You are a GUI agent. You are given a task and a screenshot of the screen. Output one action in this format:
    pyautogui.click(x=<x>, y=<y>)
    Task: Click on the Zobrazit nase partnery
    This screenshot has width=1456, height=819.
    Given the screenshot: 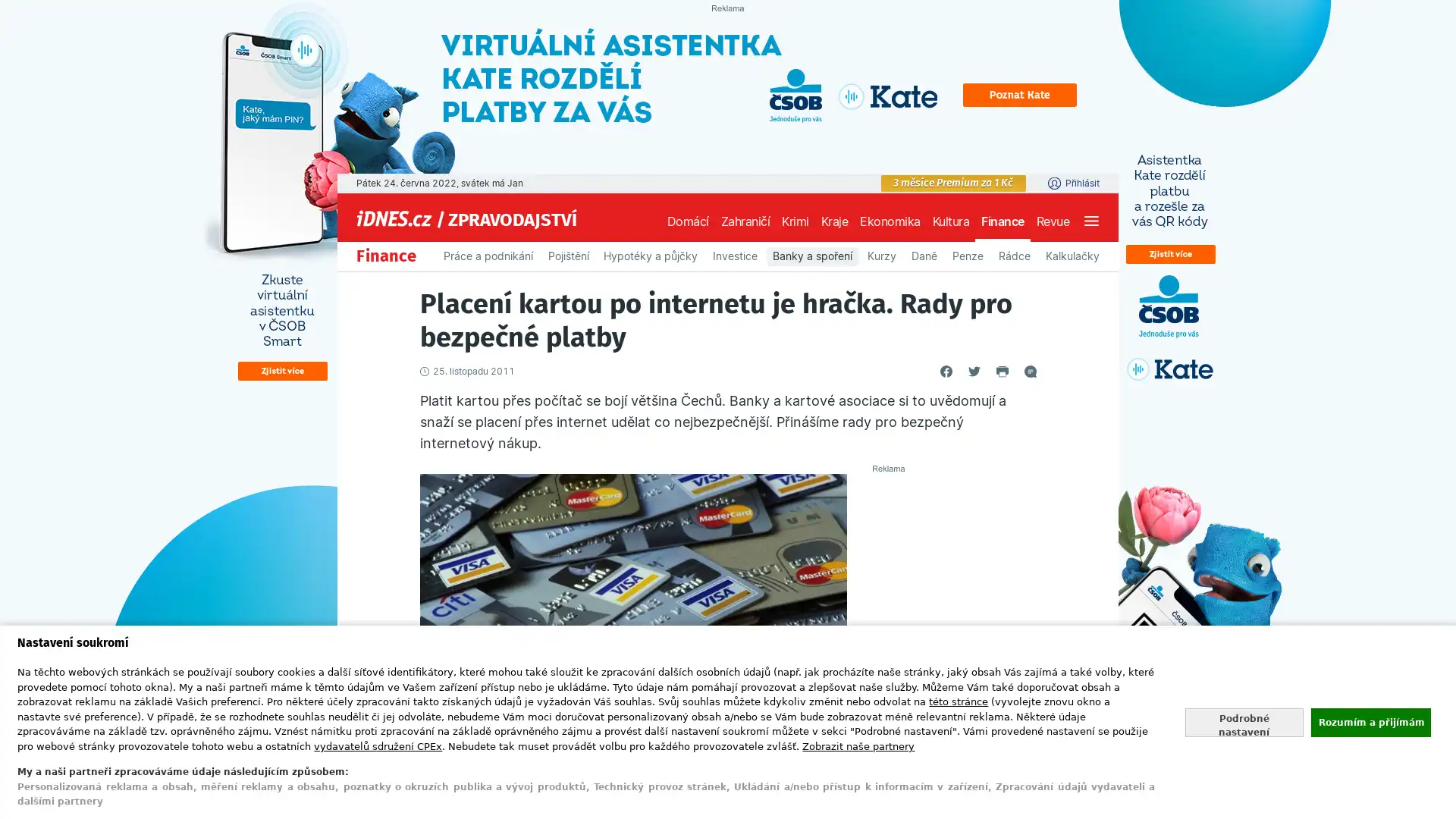 What is the action you would take?
    pyautogui.click(x=858, y=745)
    